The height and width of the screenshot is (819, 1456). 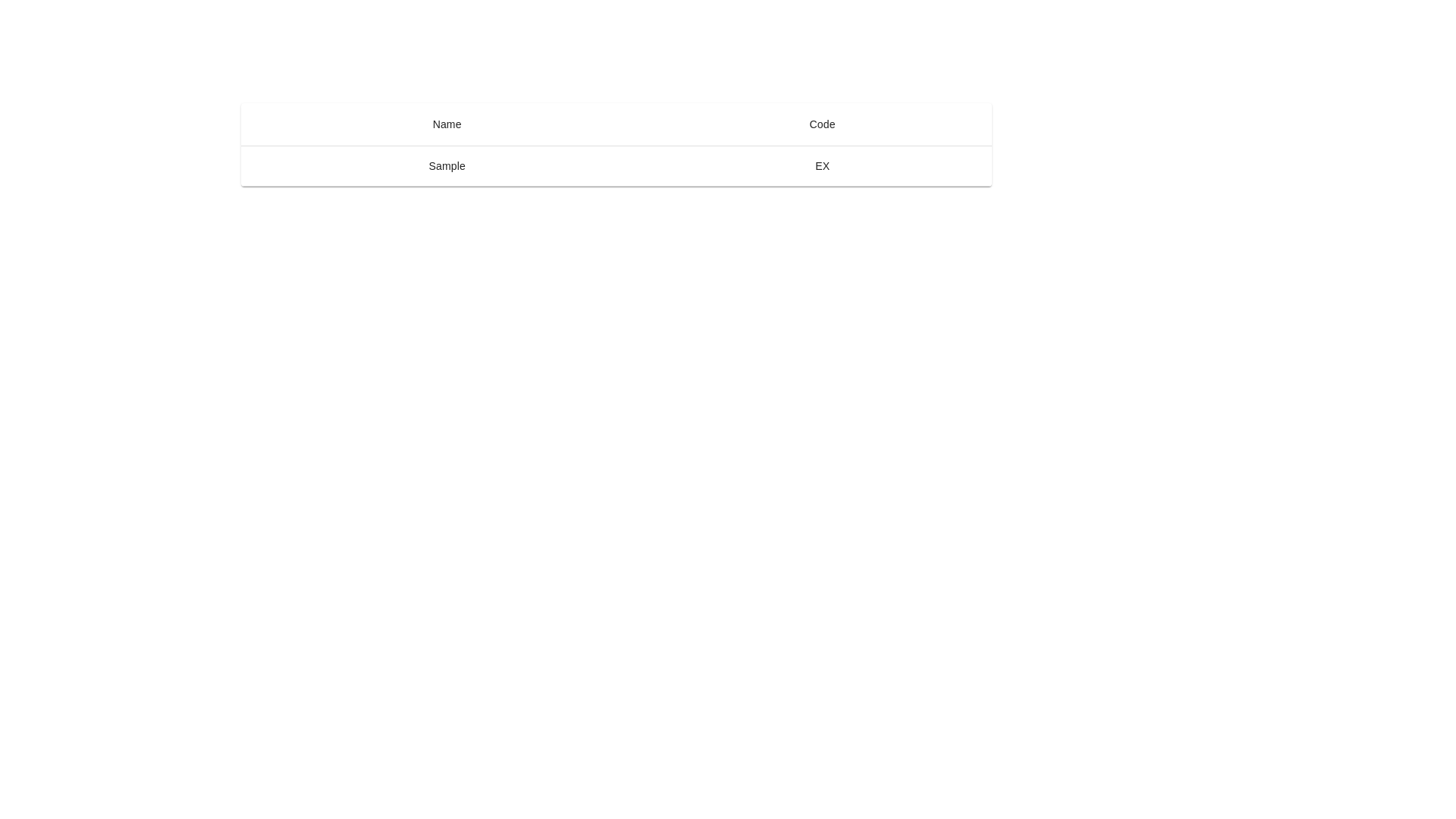 I want to click on the table header cell displaying the text 'Code', which is the second column header in the table, so click(x=821, y=124).